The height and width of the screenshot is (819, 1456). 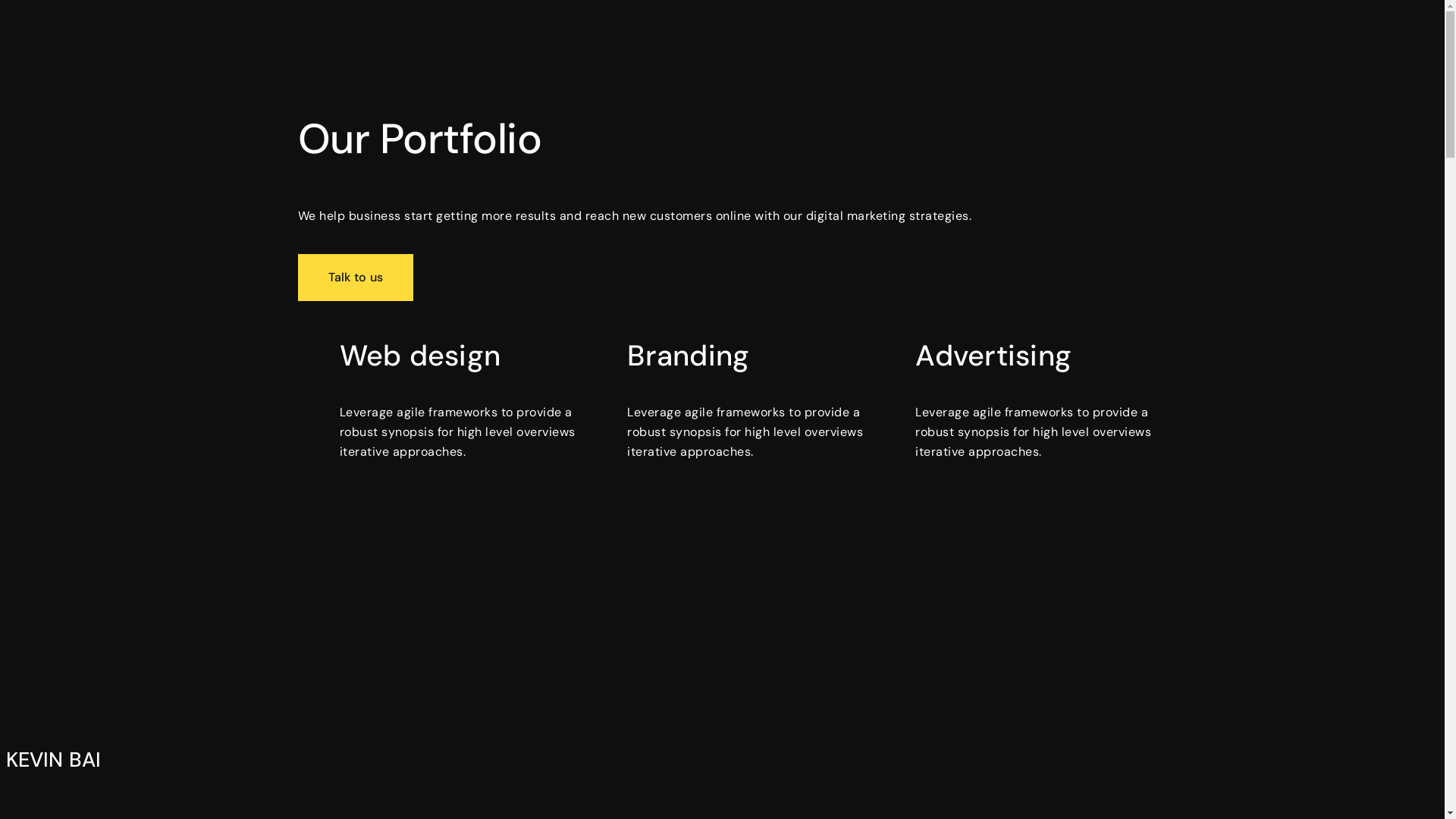 What do you see at coordinates (354, 278) in the screenshot?
I see `'Talk to us'` at bounding box center [354, 278].